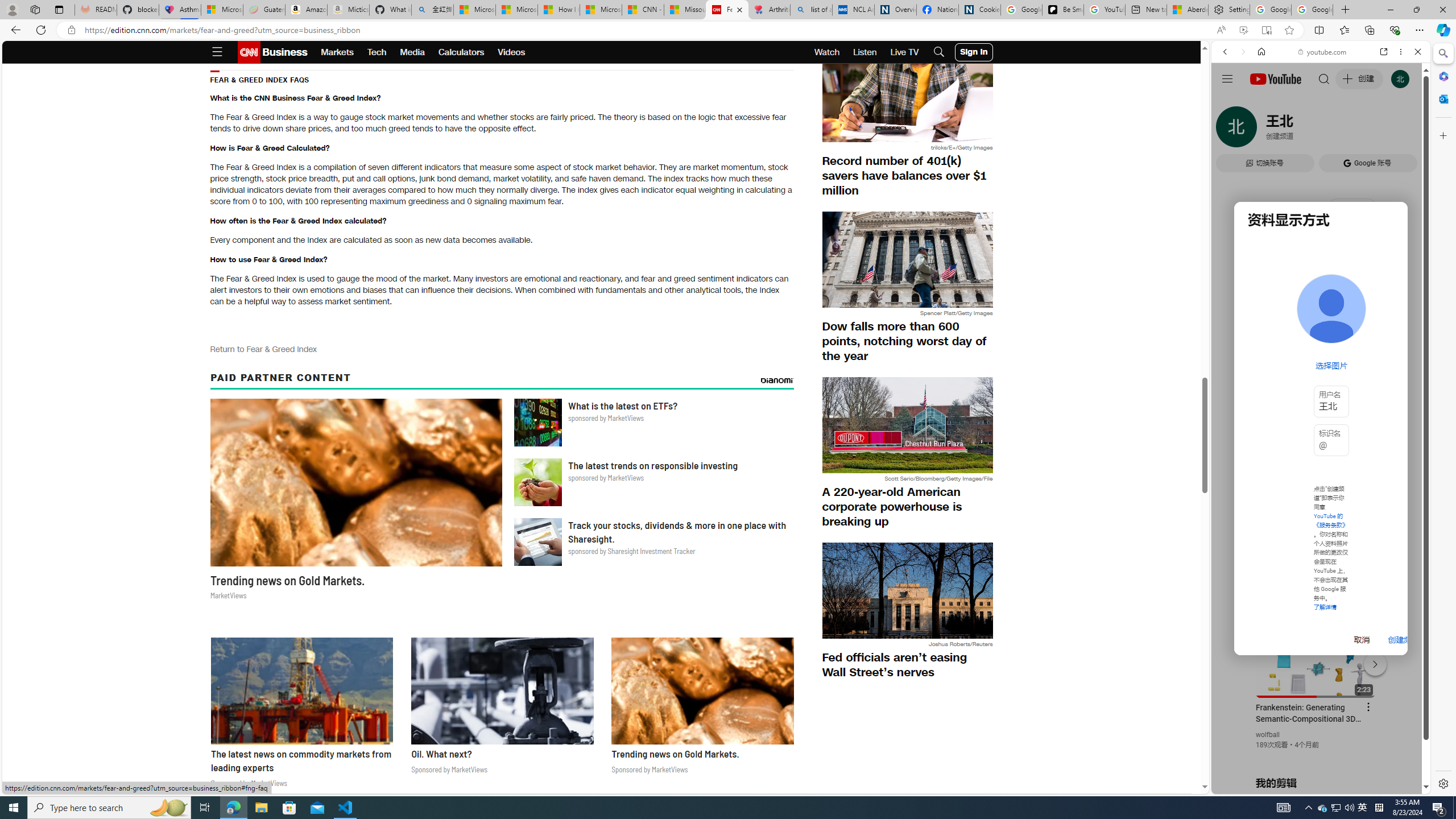  Describe the element at coordinates (216, 52) in the screenshot. I see `'Open Menu Icon'` at that location.